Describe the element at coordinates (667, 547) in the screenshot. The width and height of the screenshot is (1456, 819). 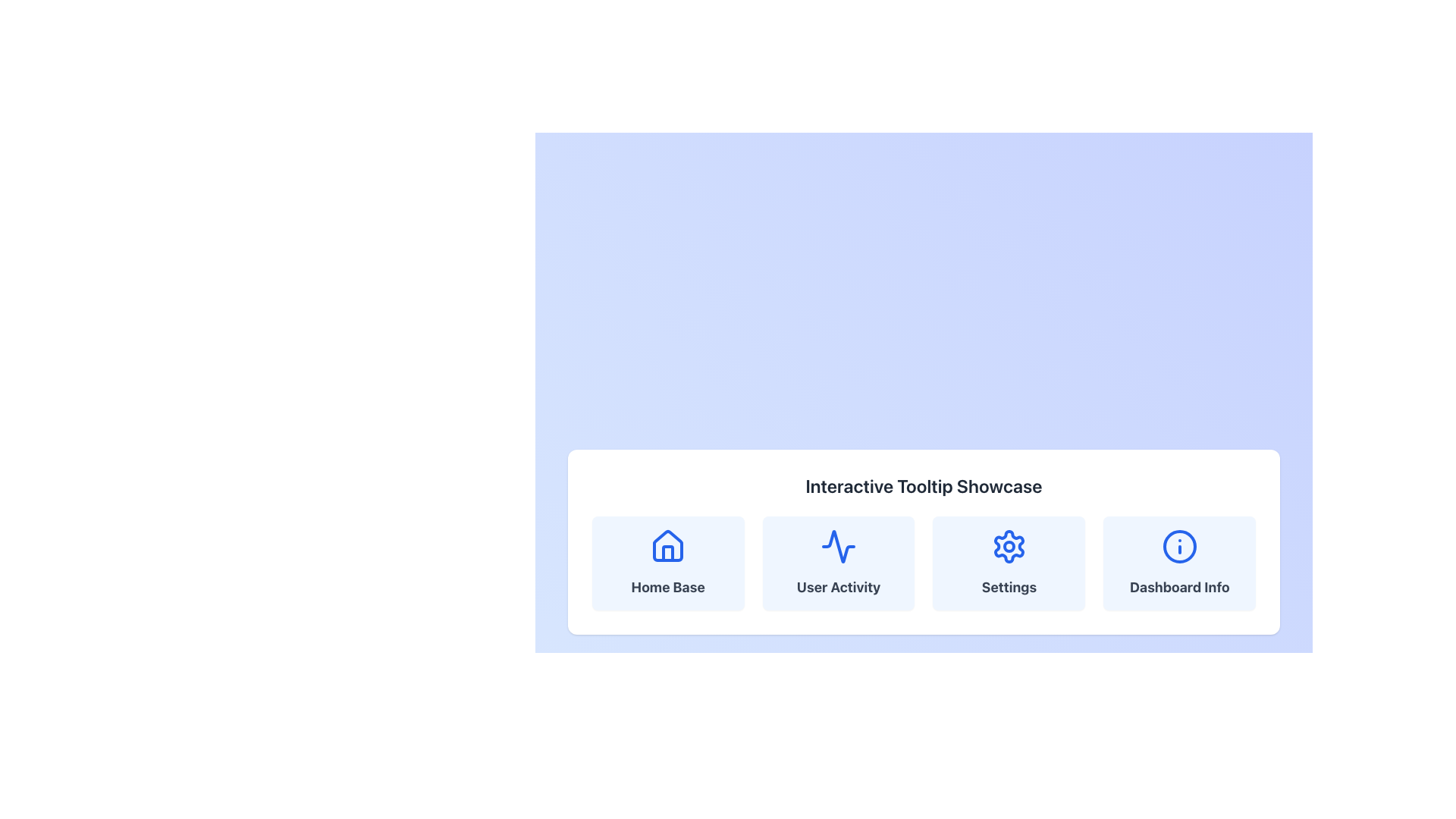
I see `the 'Home Base' icon located at the top-center of the first option in the horizontal menu` at that location.